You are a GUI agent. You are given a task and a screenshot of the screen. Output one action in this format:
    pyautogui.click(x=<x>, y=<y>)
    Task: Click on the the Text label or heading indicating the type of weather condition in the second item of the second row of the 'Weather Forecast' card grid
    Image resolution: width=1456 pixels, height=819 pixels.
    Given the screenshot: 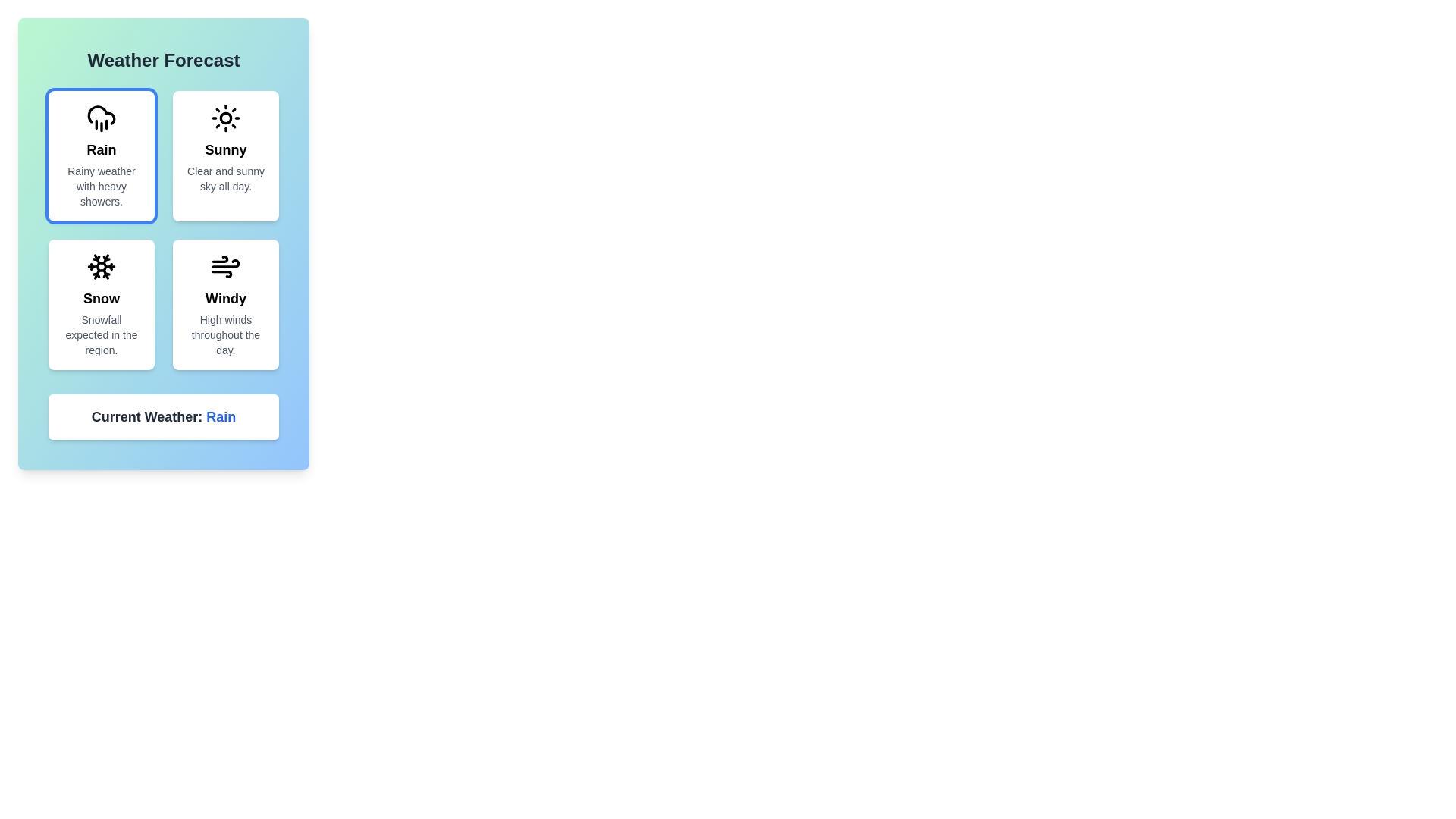 What is the action you would take?
    pyautogui.click(x=101, y=298)
    